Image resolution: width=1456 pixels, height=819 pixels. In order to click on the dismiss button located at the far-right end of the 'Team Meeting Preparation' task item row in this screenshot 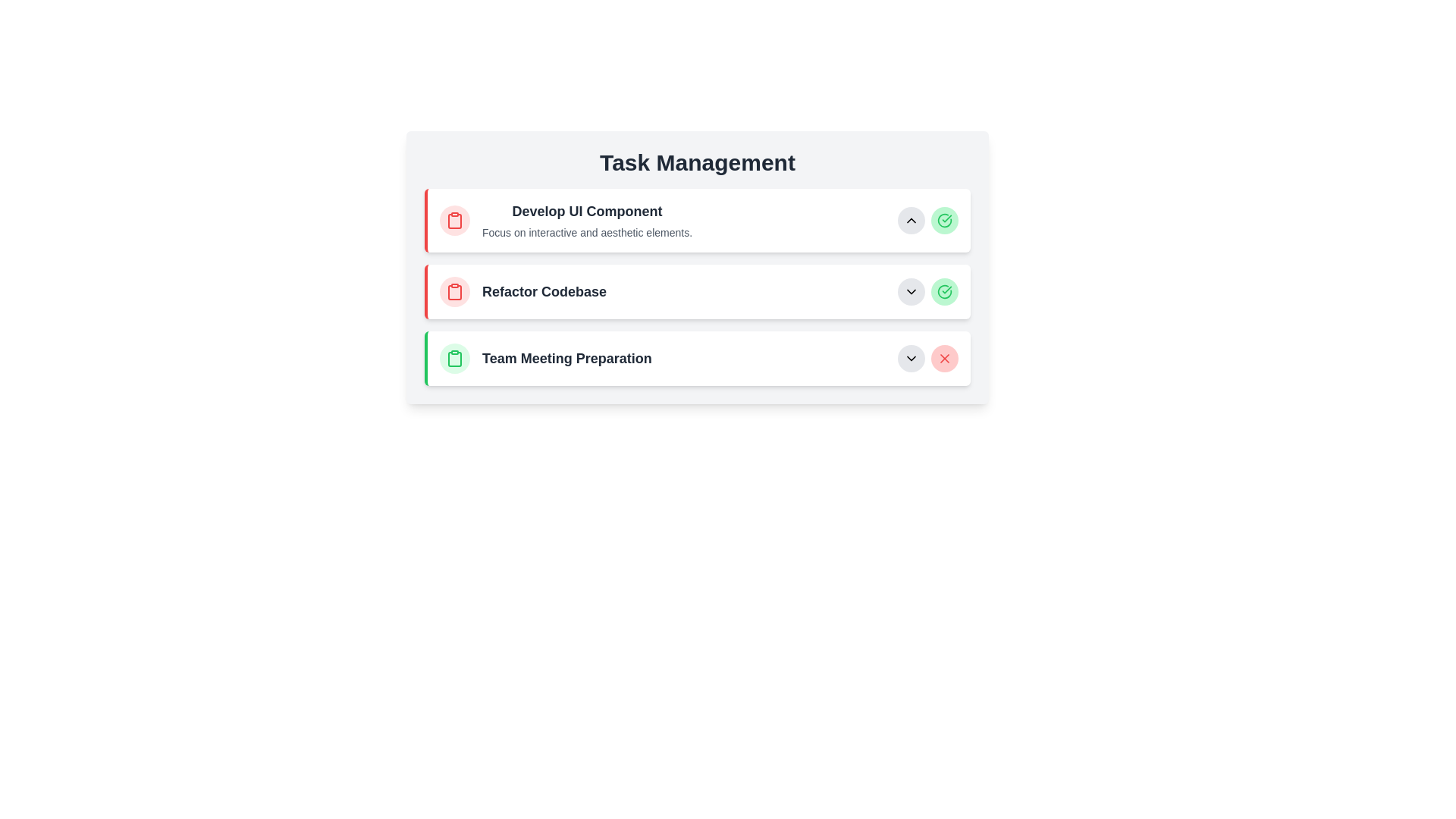, I will do `click(944, 359)`.